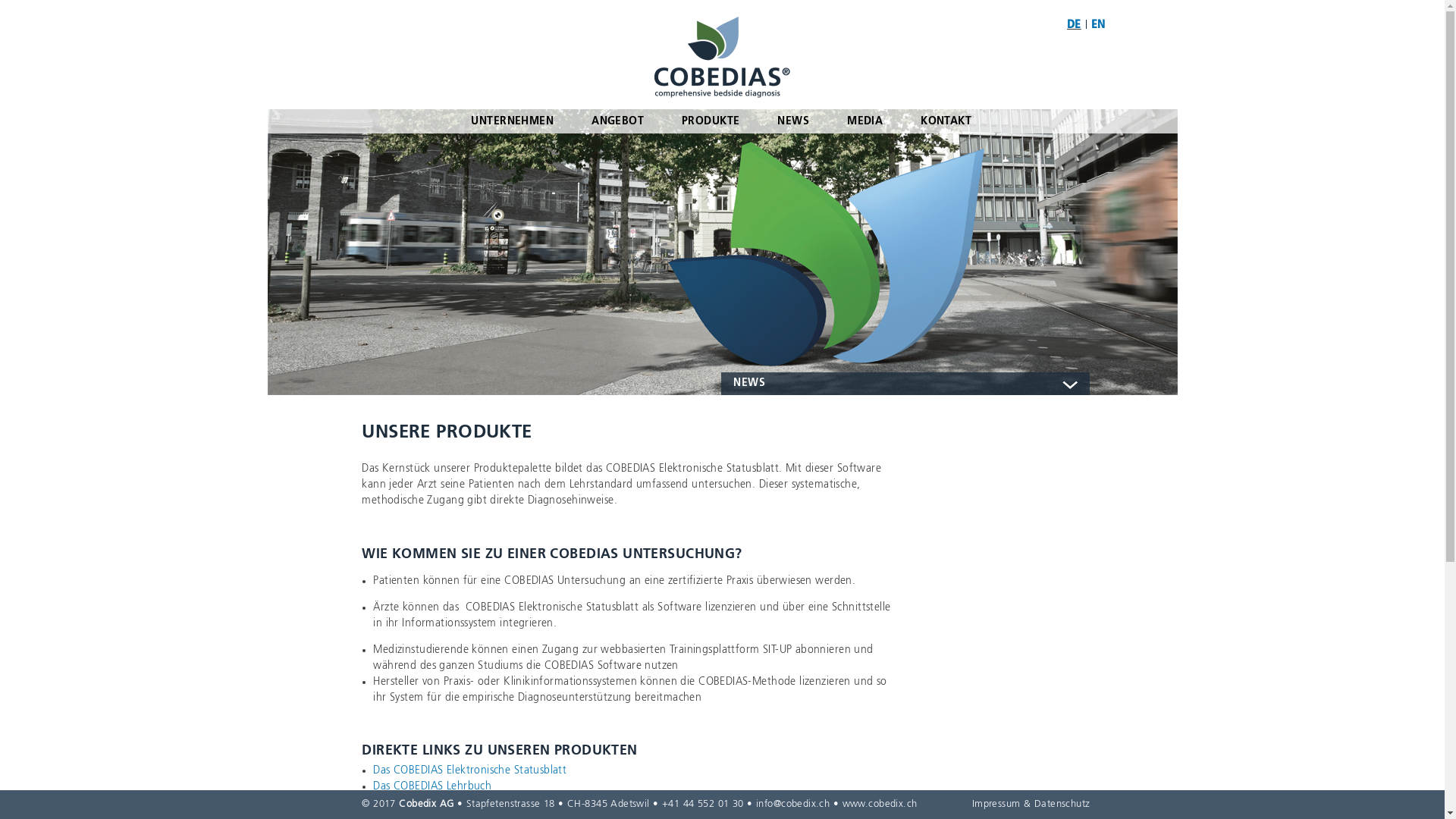 This screenshot has height=819, width=1456. I want to click on 'Impressum & Datenschutz', so click(1031, 803).